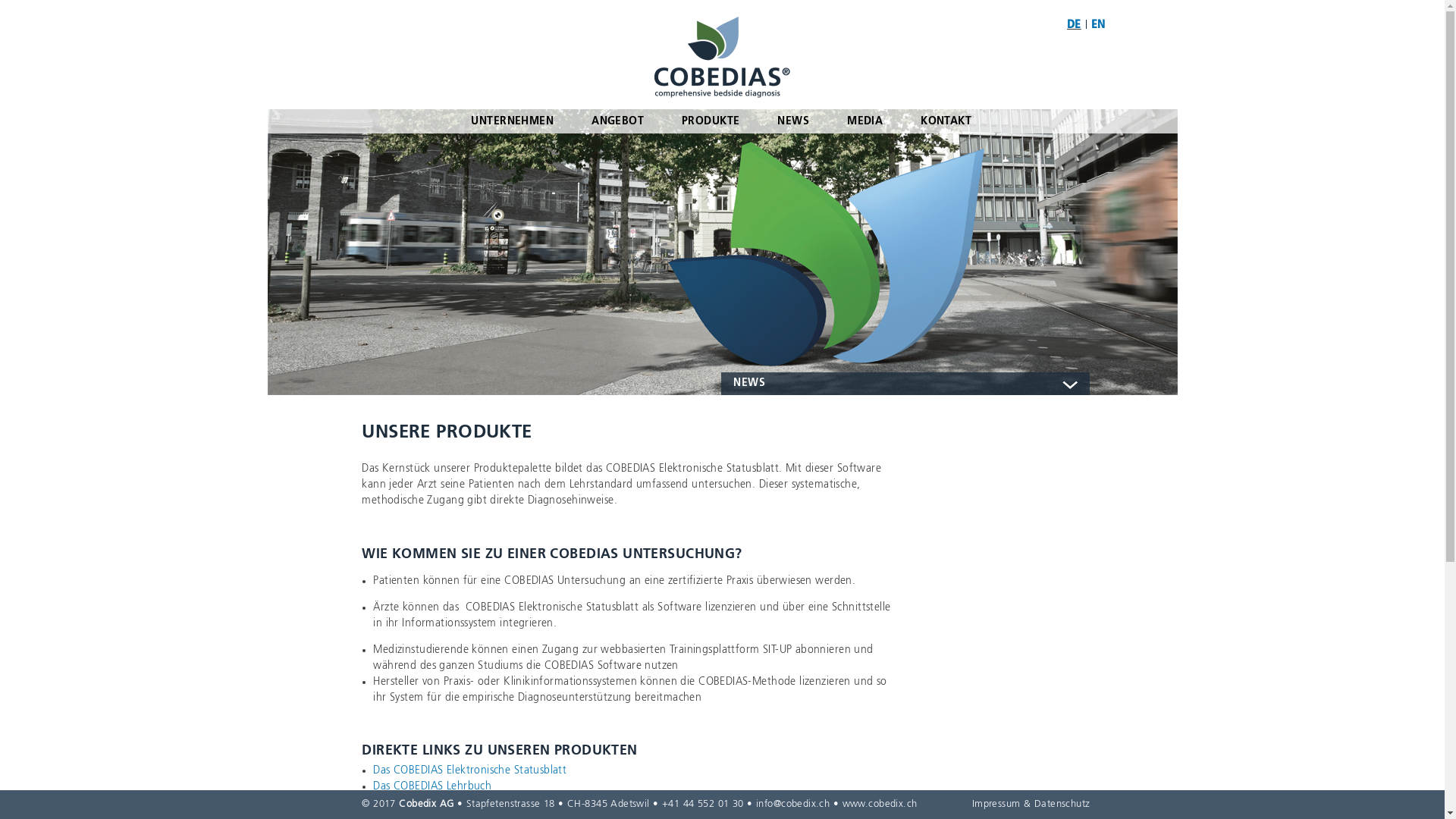 This screenshot has height=819, width=1456. I want to click on 'Impressum & Datenschutz', so click(1031, 803).